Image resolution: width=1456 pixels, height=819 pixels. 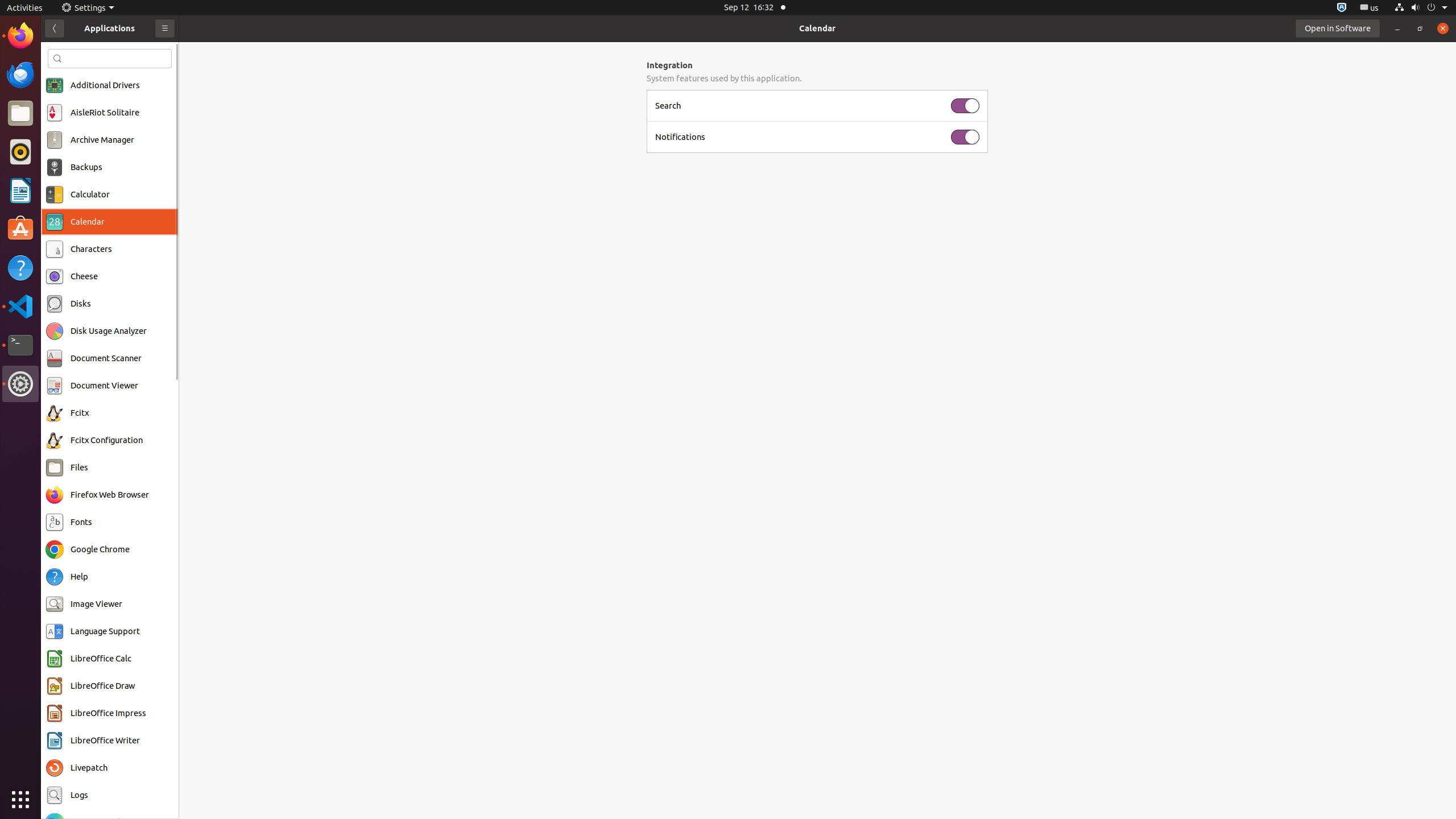 I want to click on 'Fonts', so click(x=81, y=521).